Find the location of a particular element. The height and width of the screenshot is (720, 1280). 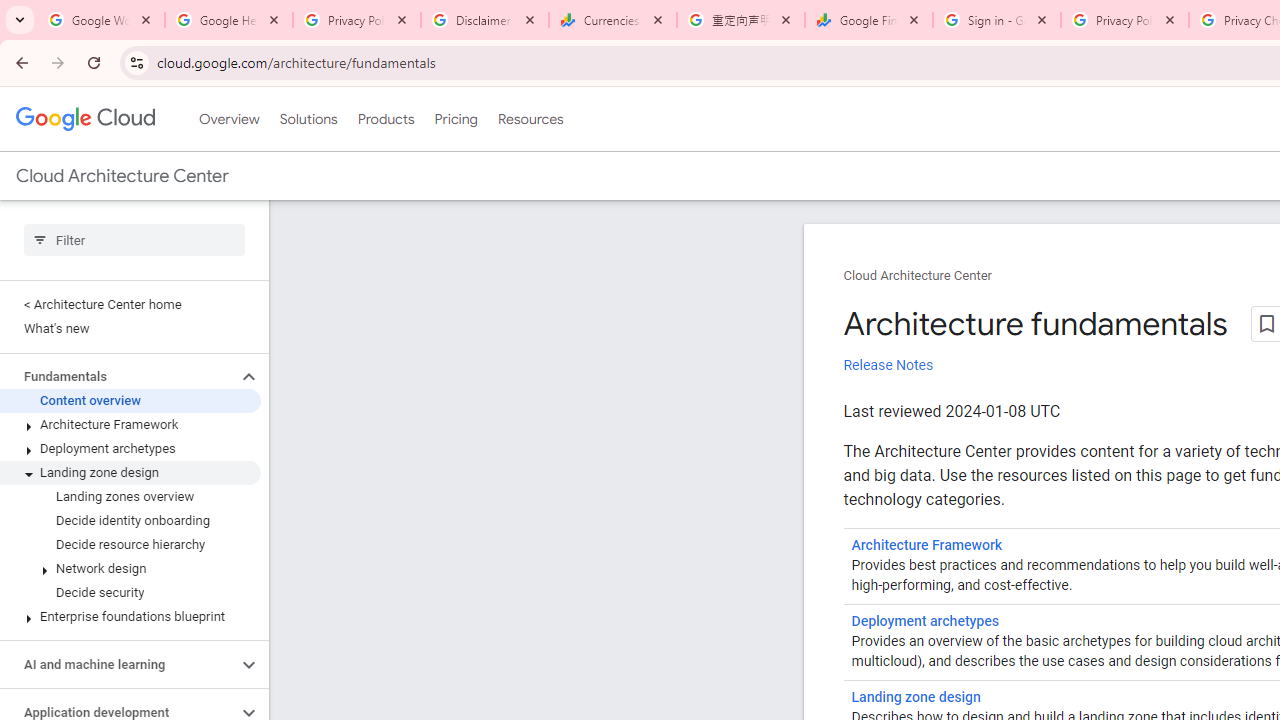

'< Architecture Center home' is located at coordinates (129, 304).